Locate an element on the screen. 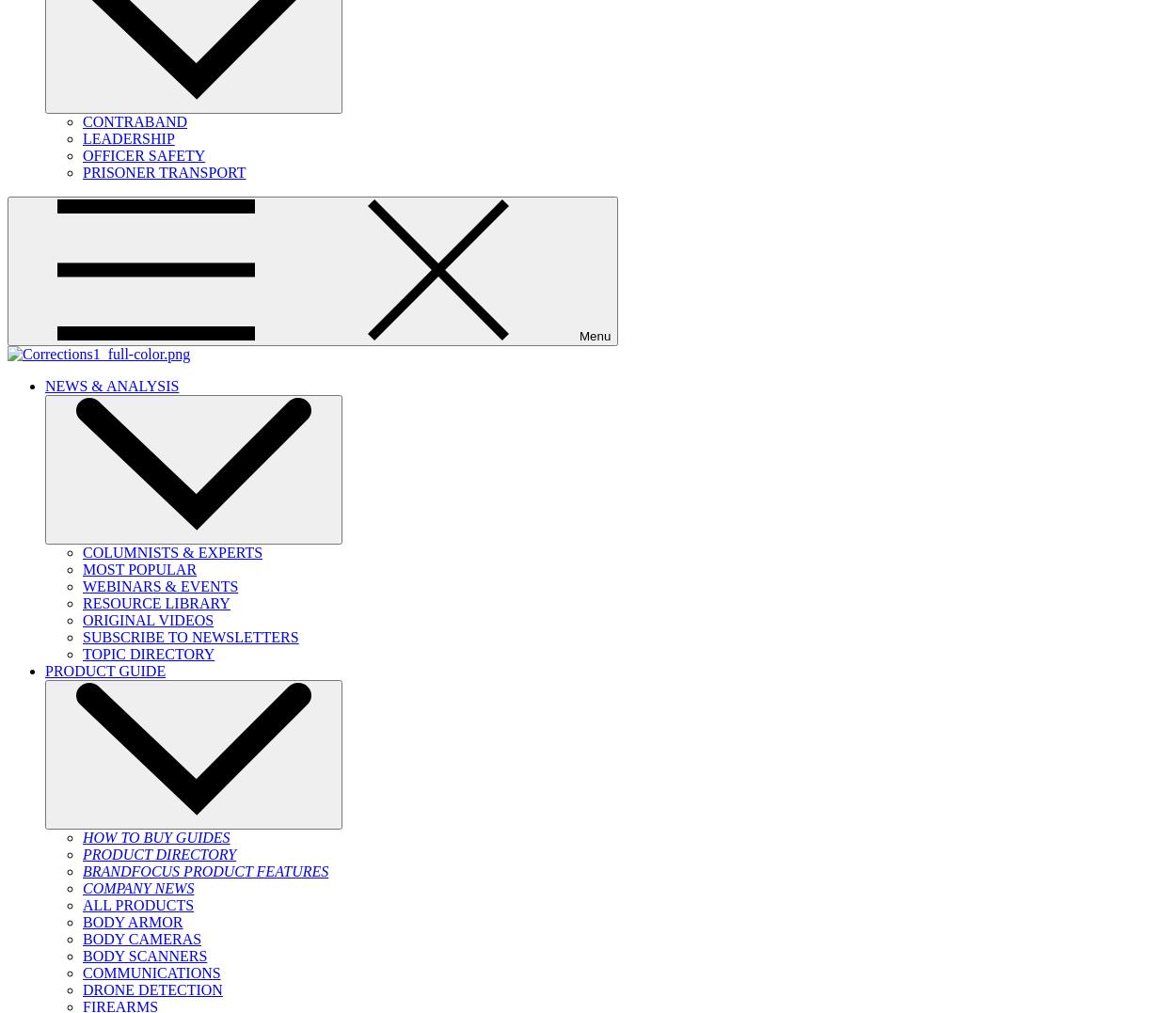 Image resolution: width=1176 pixels, height=1013 pixels. 'ALL PRODUCTS' is located at coordinates (82, 905).